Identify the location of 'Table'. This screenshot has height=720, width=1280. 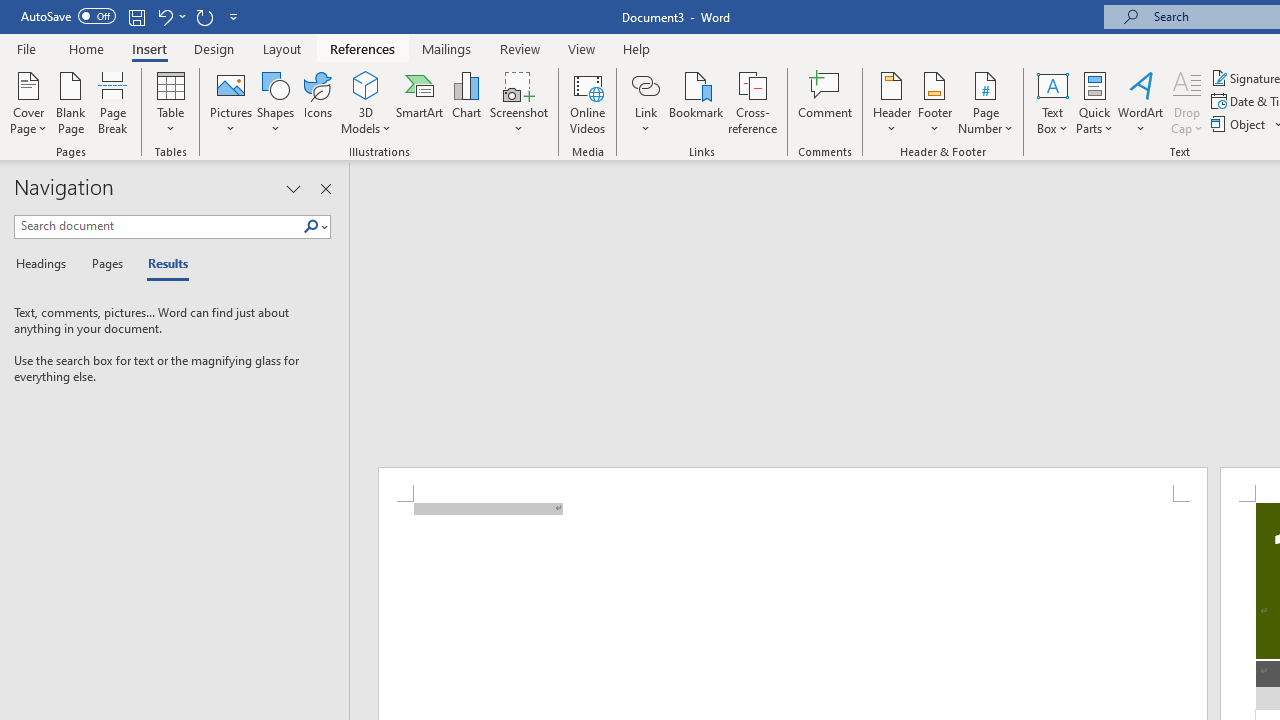
(170, 103).